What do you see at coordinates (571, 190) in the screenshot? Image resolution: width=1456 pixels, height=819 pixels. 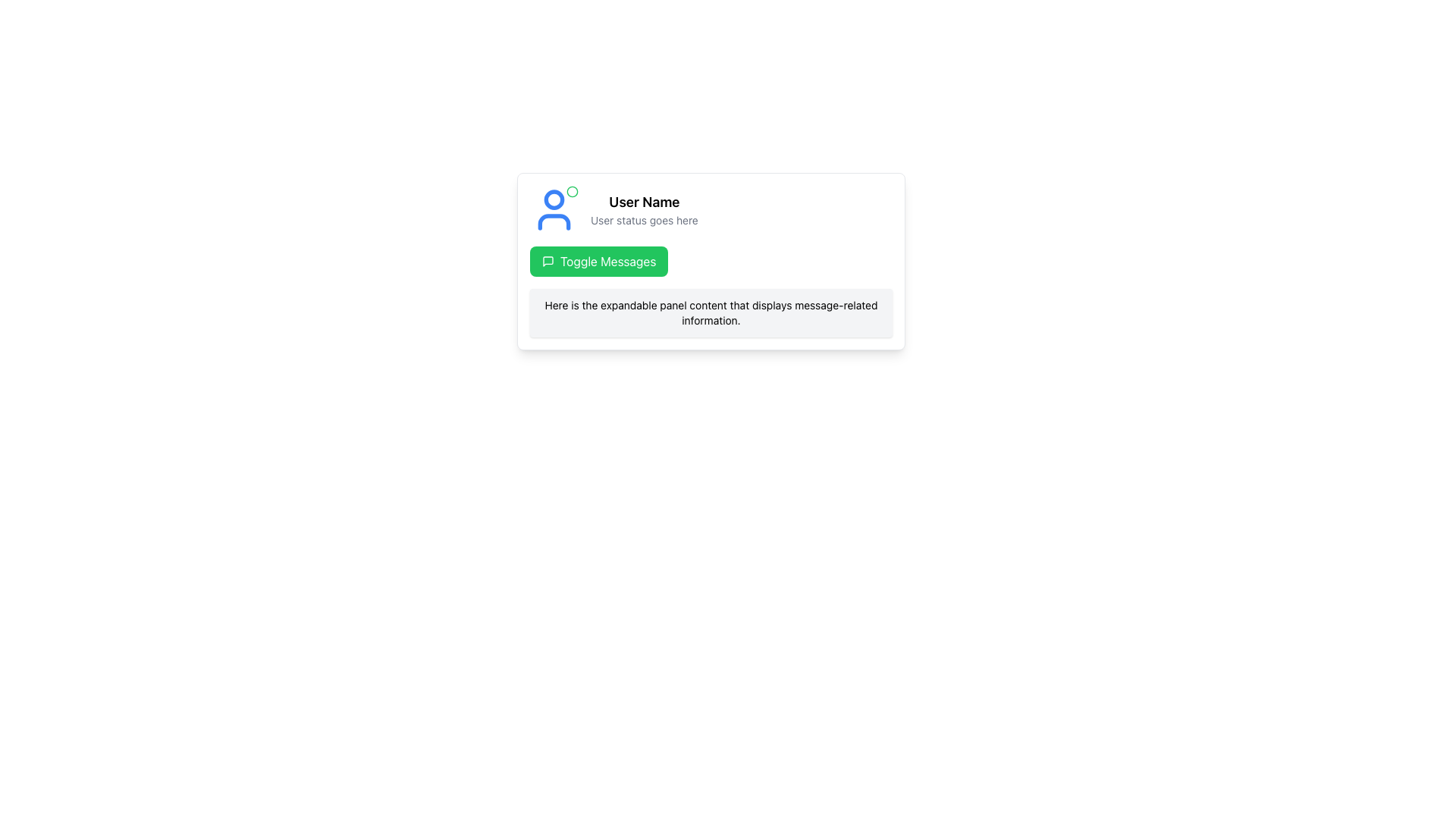 I see `the green circular status indicator located in the top-right corner of the user profile card` at bounding box center [571, 190].